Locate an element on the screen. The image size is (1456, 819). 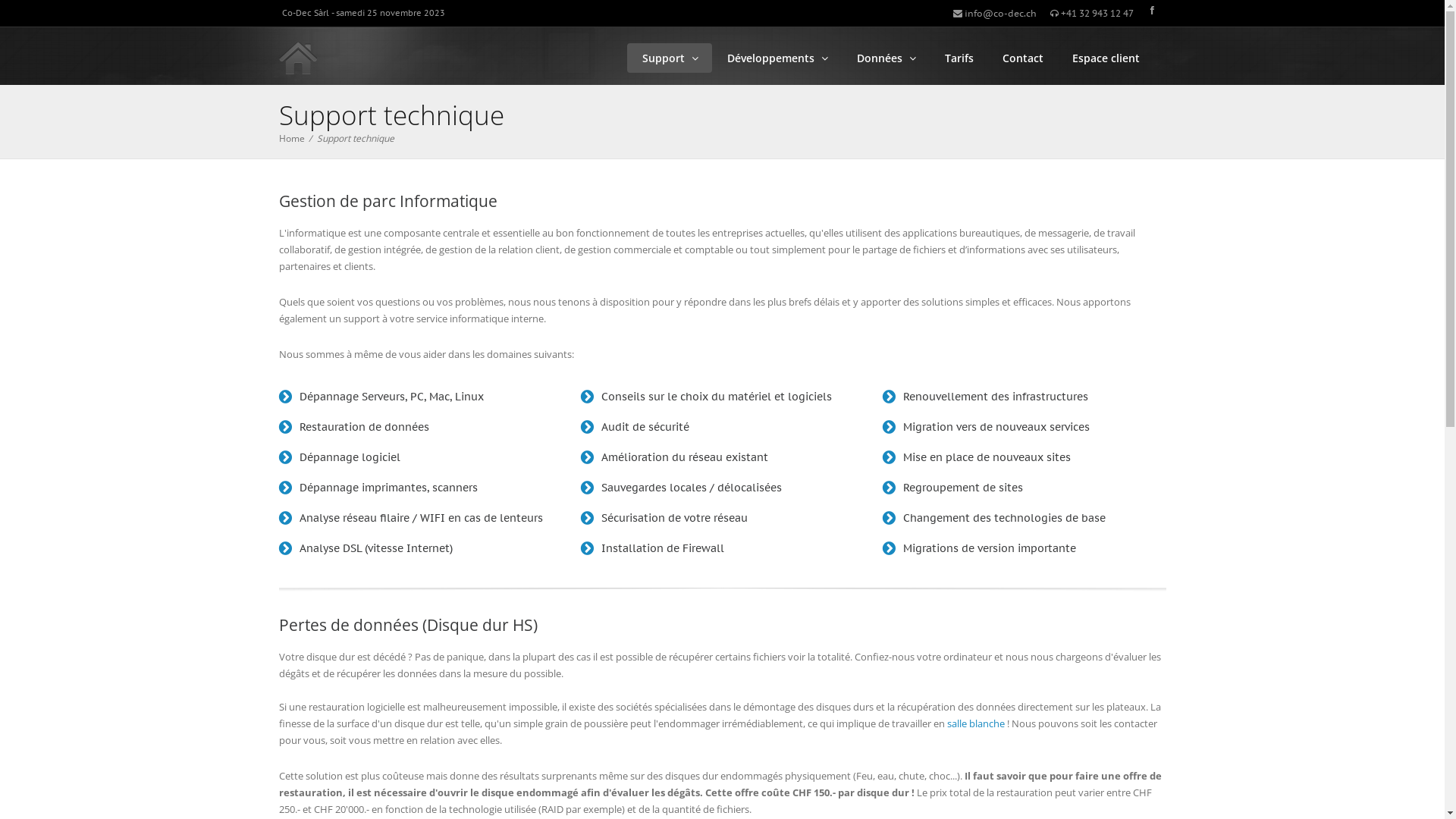
'Contact' is located at coordinates (1022, 57).